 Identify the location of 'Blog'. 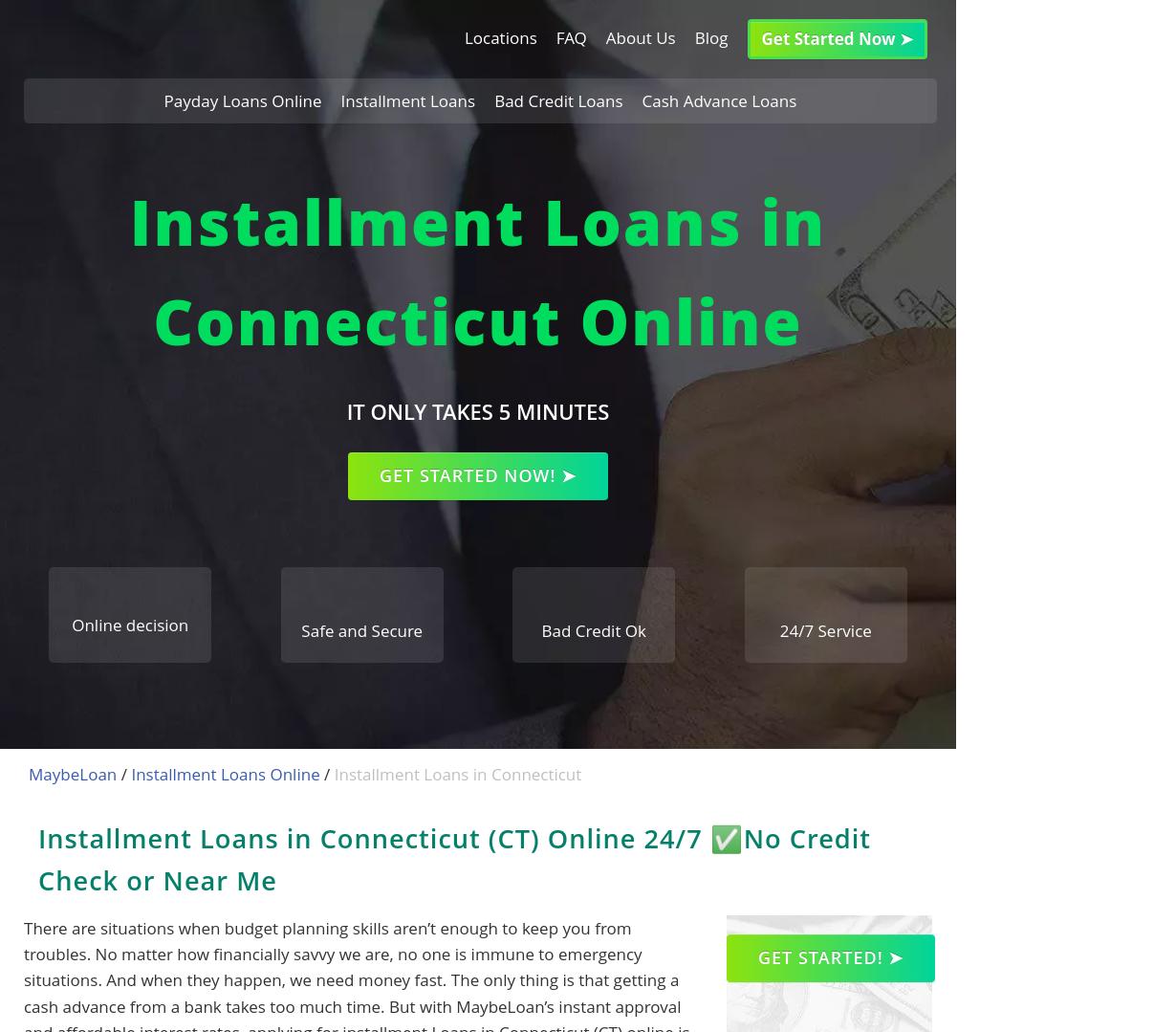
(693, 36).